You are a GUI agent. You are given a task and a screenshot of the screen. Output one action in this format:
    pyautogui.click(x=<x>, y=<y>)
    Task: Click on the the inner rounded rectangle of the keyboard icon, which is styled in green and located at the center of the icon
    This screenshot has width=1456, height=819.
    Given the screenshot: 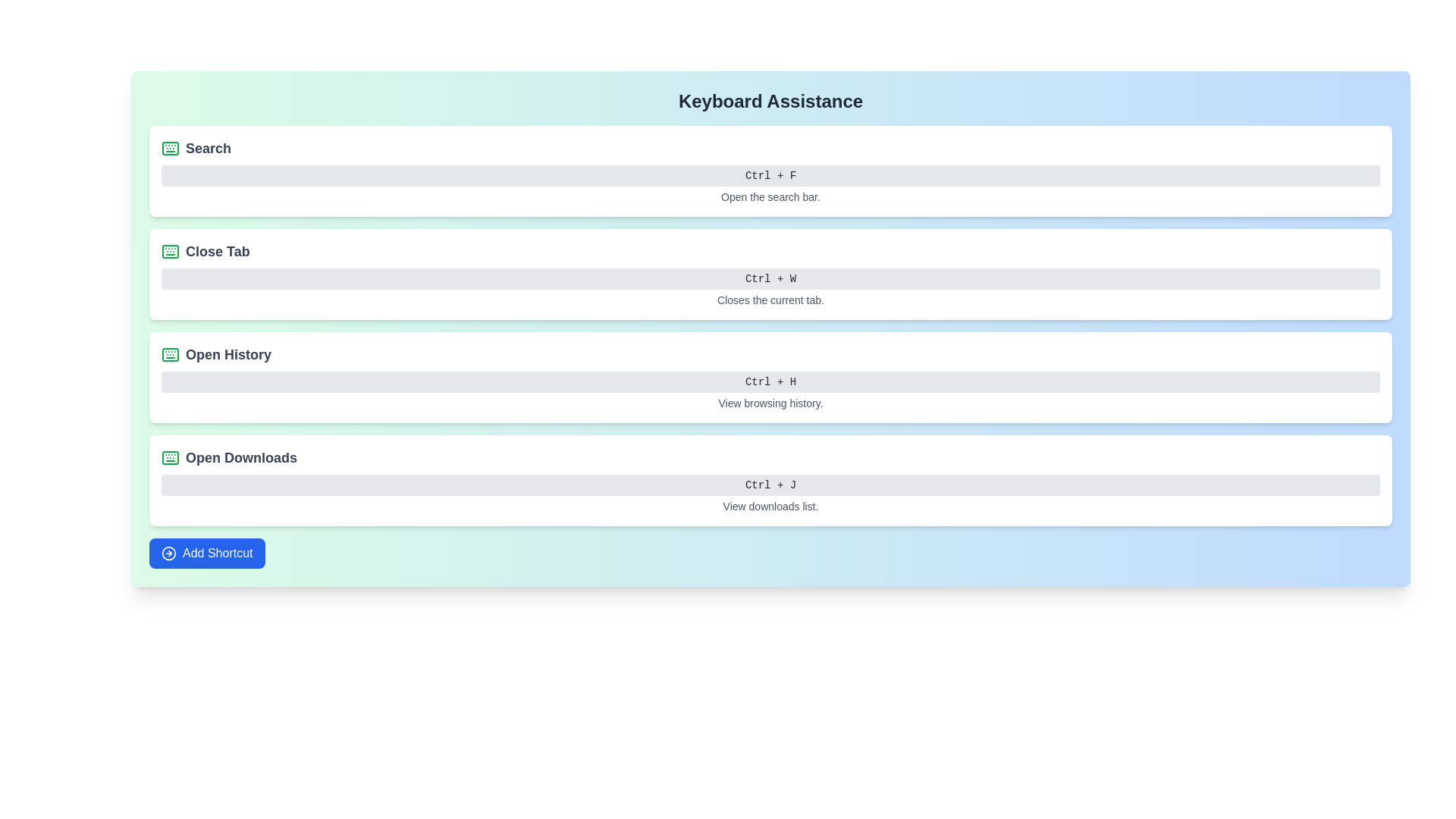 What is the action you would take?
    pyautogui.click(x=171, y=250)
    